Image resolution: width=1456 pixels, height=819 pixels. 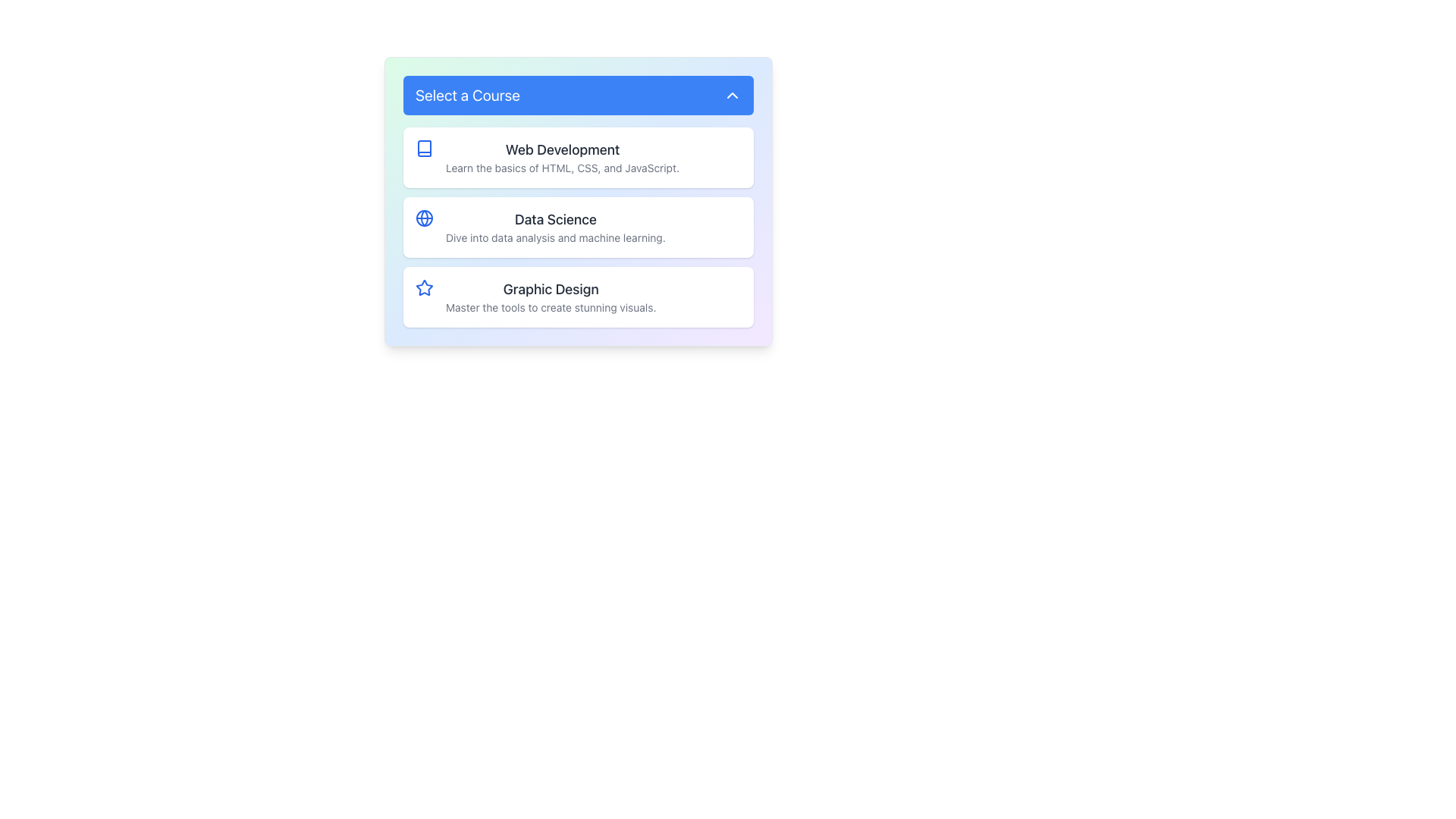 I want to click on text label that serves as the title of the course option, located at the center of the third course card in the 'Select a Course' section, so click(x=550, y=289).